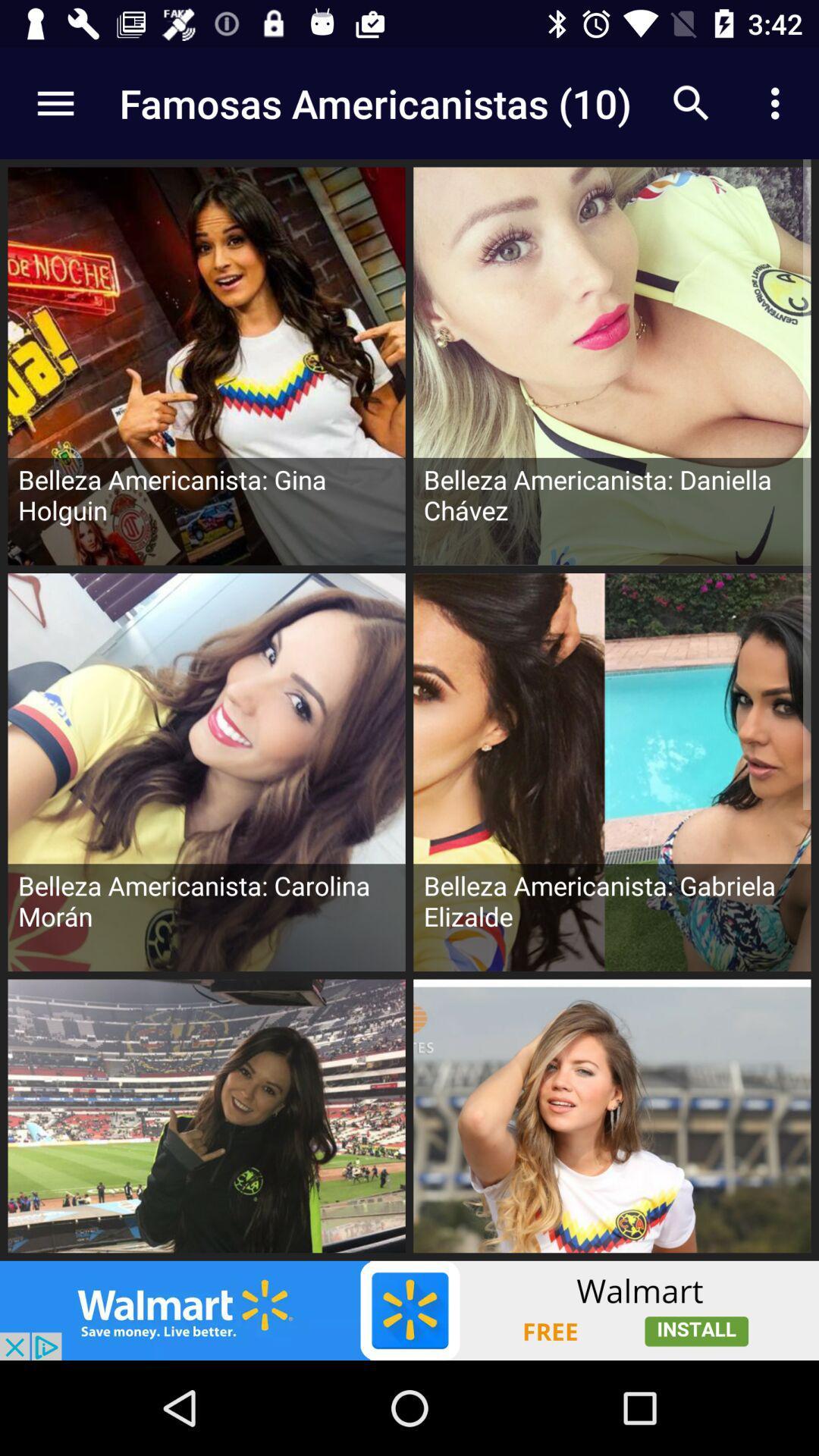 The height and width of the screenshot is (1456, 819). Describe the element at coordinates (409, 1310) in the screenshot. I see `banner advertisement` at that location.